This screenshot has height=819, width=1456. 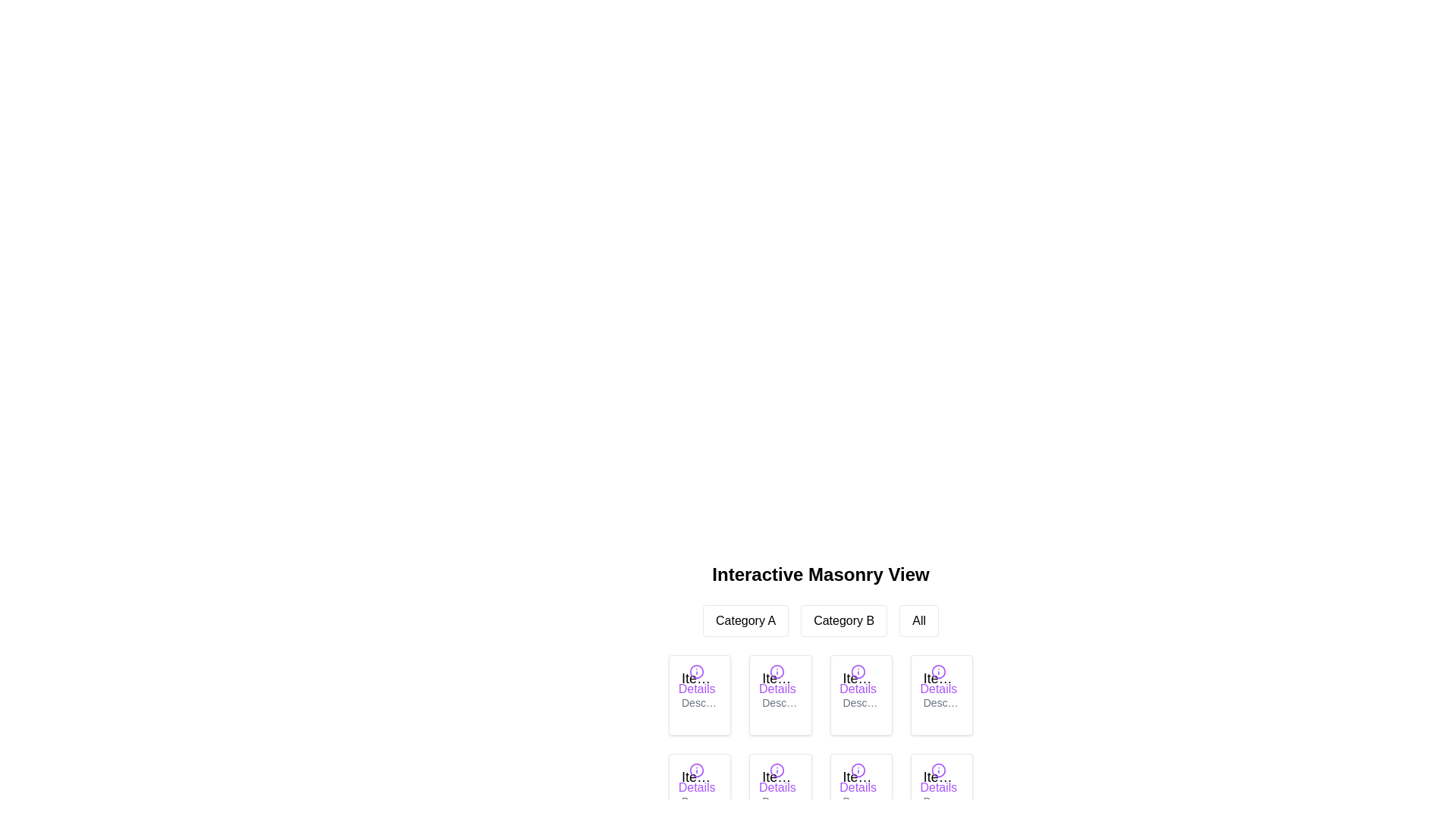 I want to click on the bold, medium-sized static text displaying 'Item 1', so click(x=699, y=677).